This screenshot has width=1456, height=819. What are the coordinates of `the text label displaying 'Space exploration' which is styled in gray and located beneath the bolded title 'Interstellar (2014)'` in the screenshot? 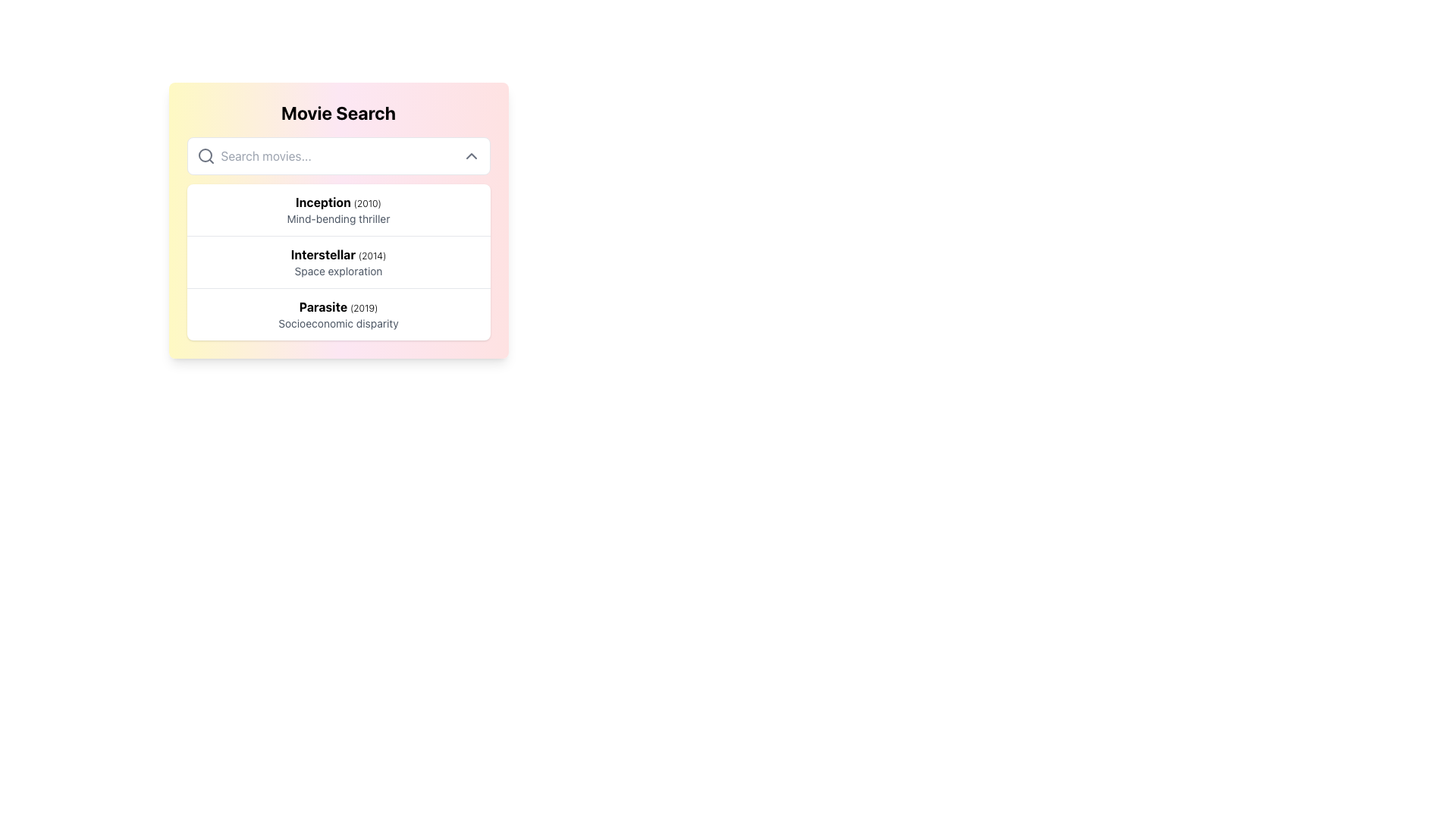 It's located at (337, 271).